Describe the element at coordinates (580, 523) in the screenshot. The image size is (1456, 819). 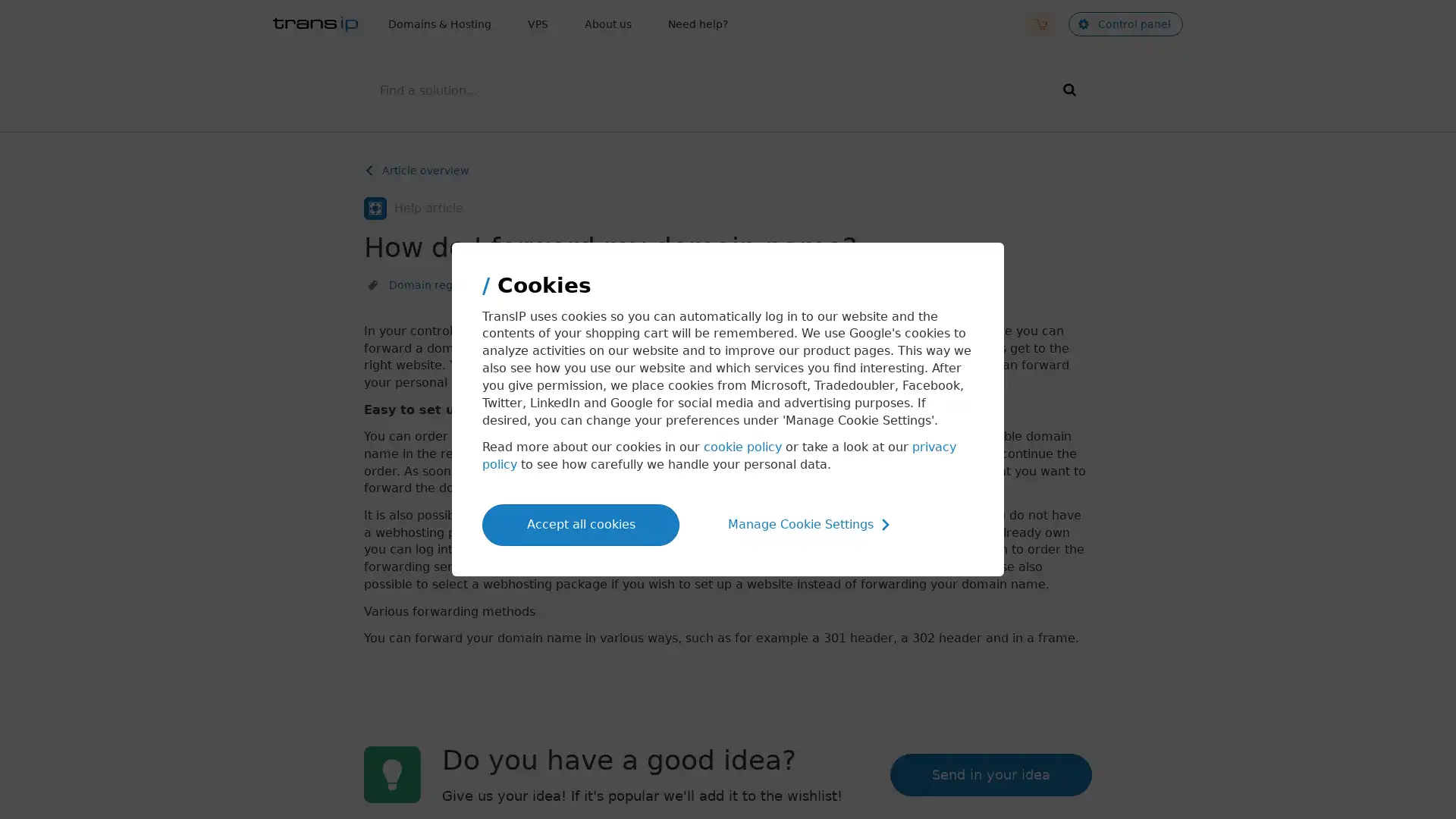
I see `Accept all cookies` at that location.